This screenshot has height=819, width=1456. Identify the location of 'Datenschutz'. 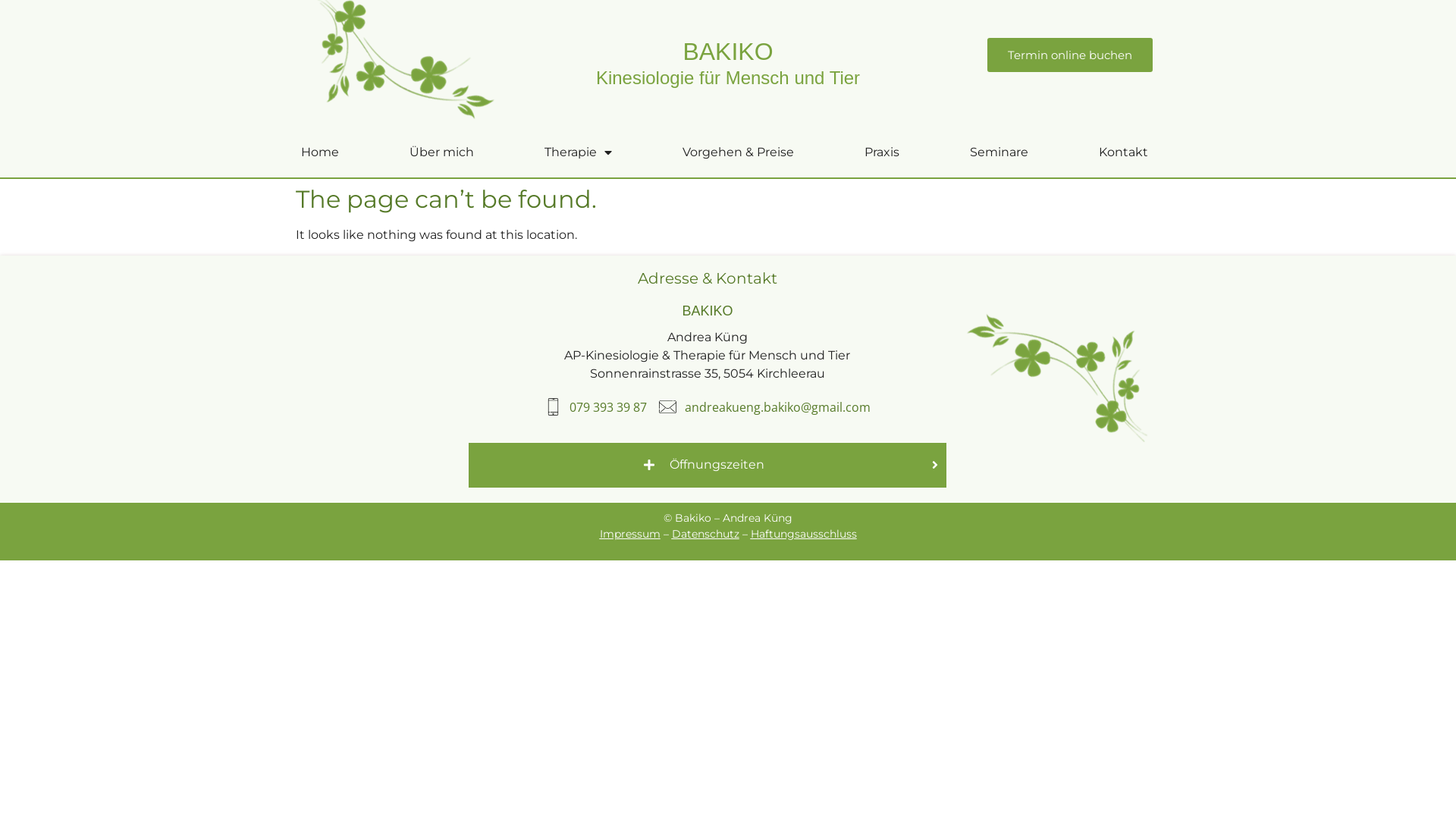
(704, 533).